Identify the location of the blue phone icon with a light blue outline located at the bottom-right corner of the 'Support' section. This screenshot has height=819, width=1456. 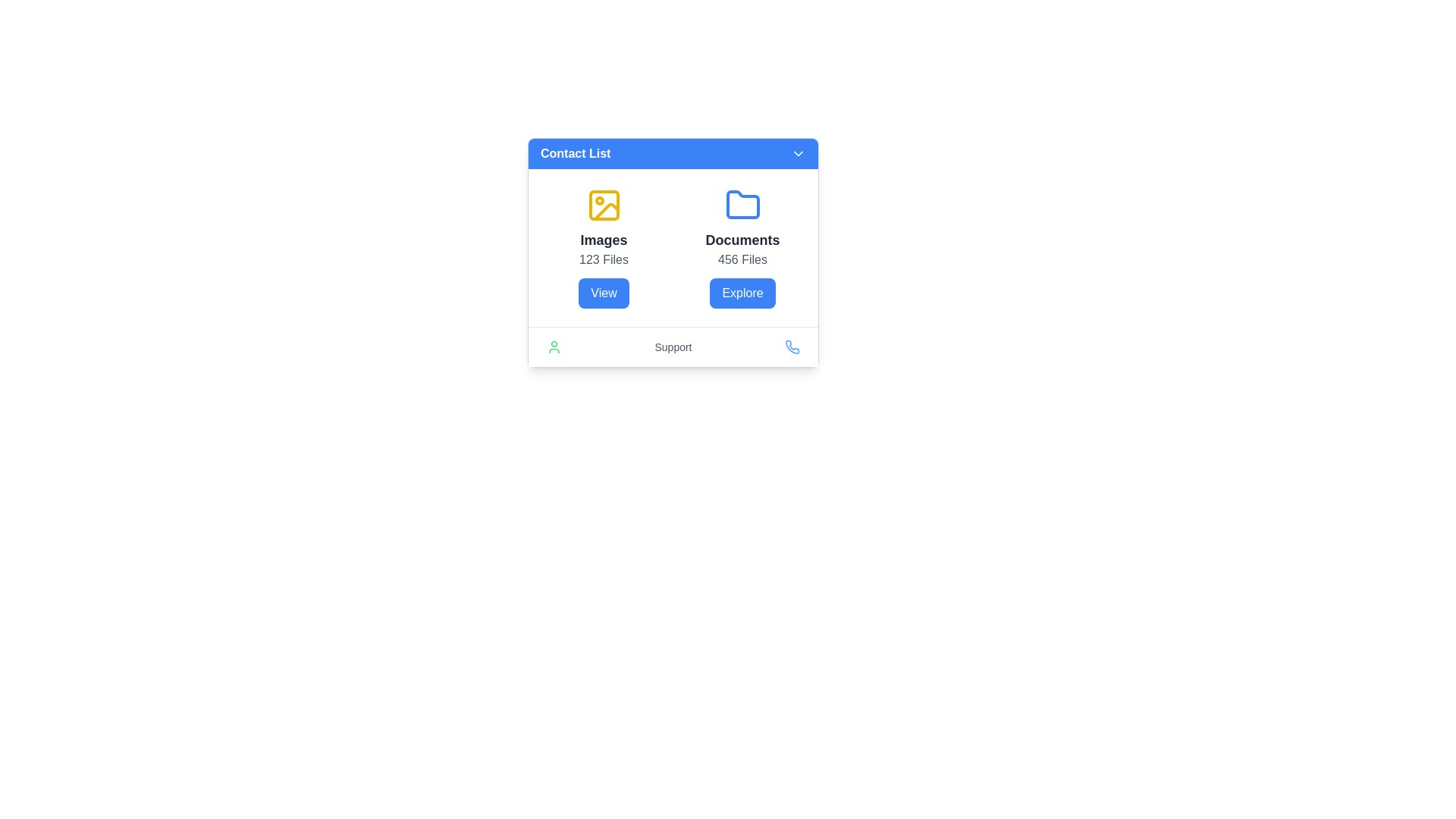
(792, 347).